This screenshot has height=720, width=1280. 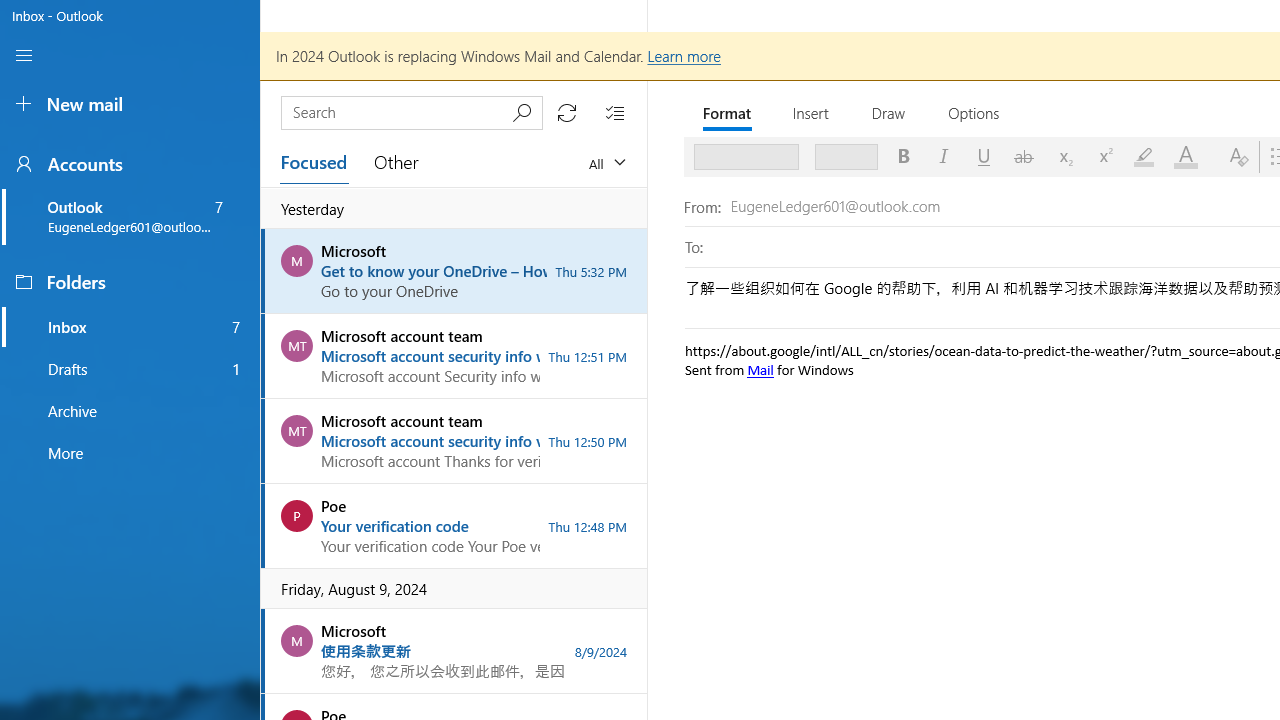 I want to click on 'Bold', so click(x=903, y=155).